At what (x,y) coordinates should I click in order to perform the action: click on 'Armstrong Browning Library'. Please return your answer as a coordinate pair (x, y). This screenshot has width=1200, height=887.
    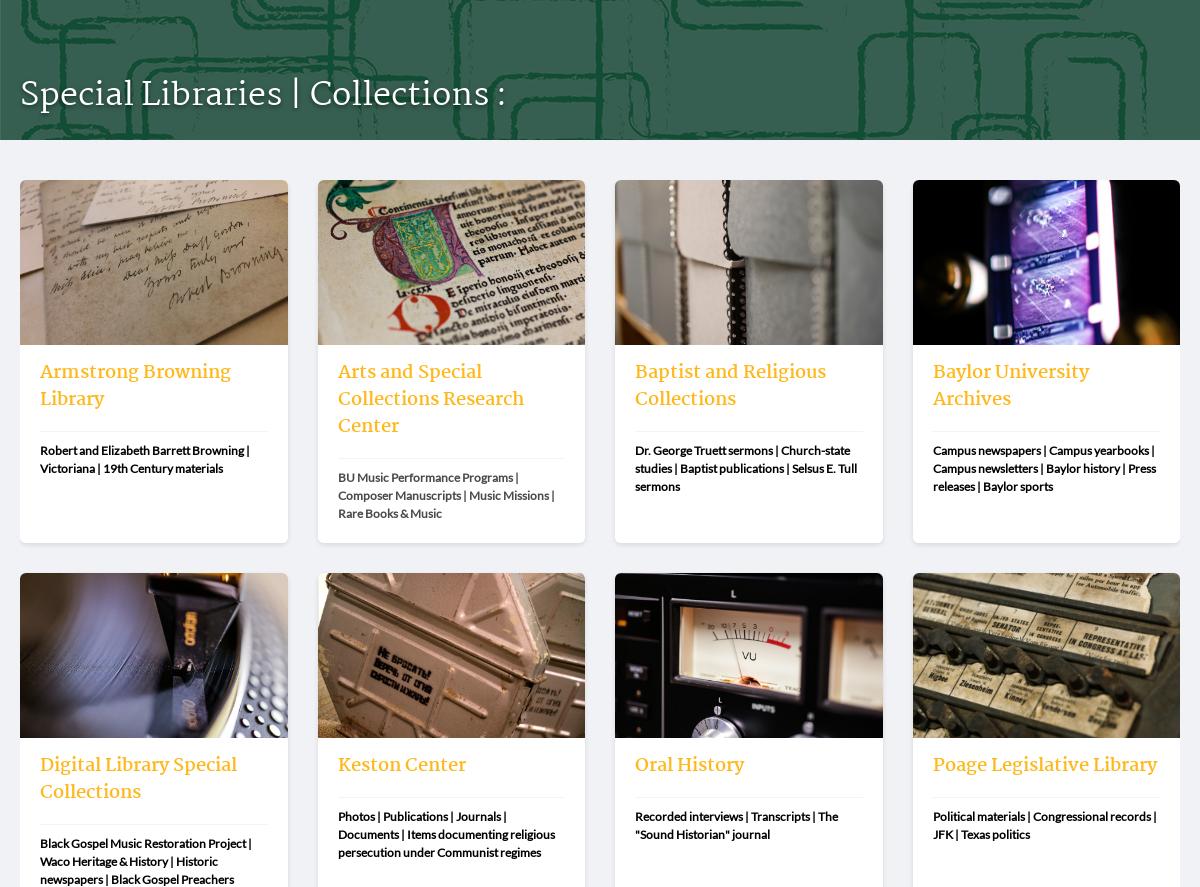
    Looking at the image, I should click on (135, 384).